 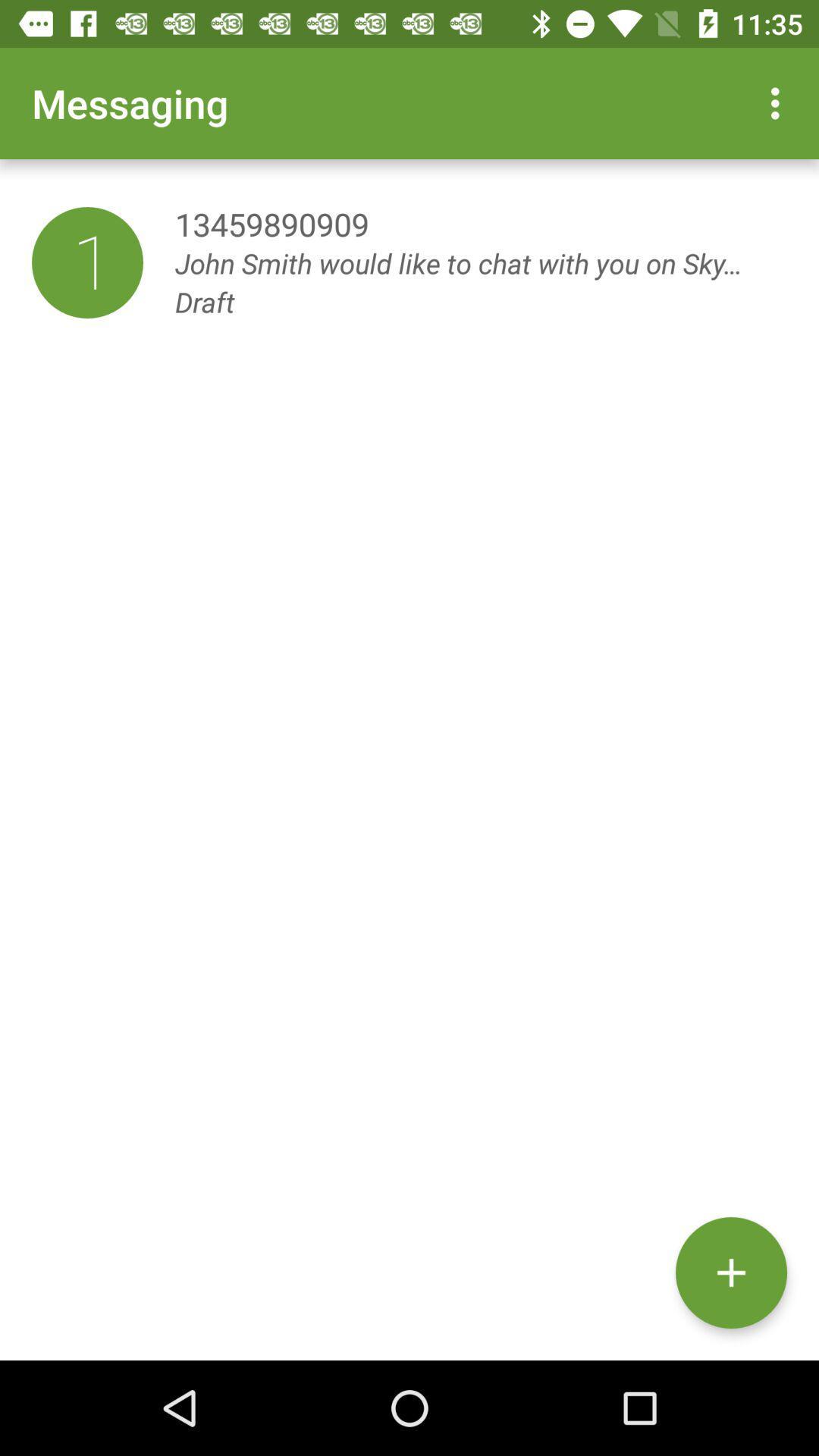 What do you see at coordinates (87, 262) in the screenshot?
I see `the item next to 13459890909 icon` at bounding box center [87, 262].